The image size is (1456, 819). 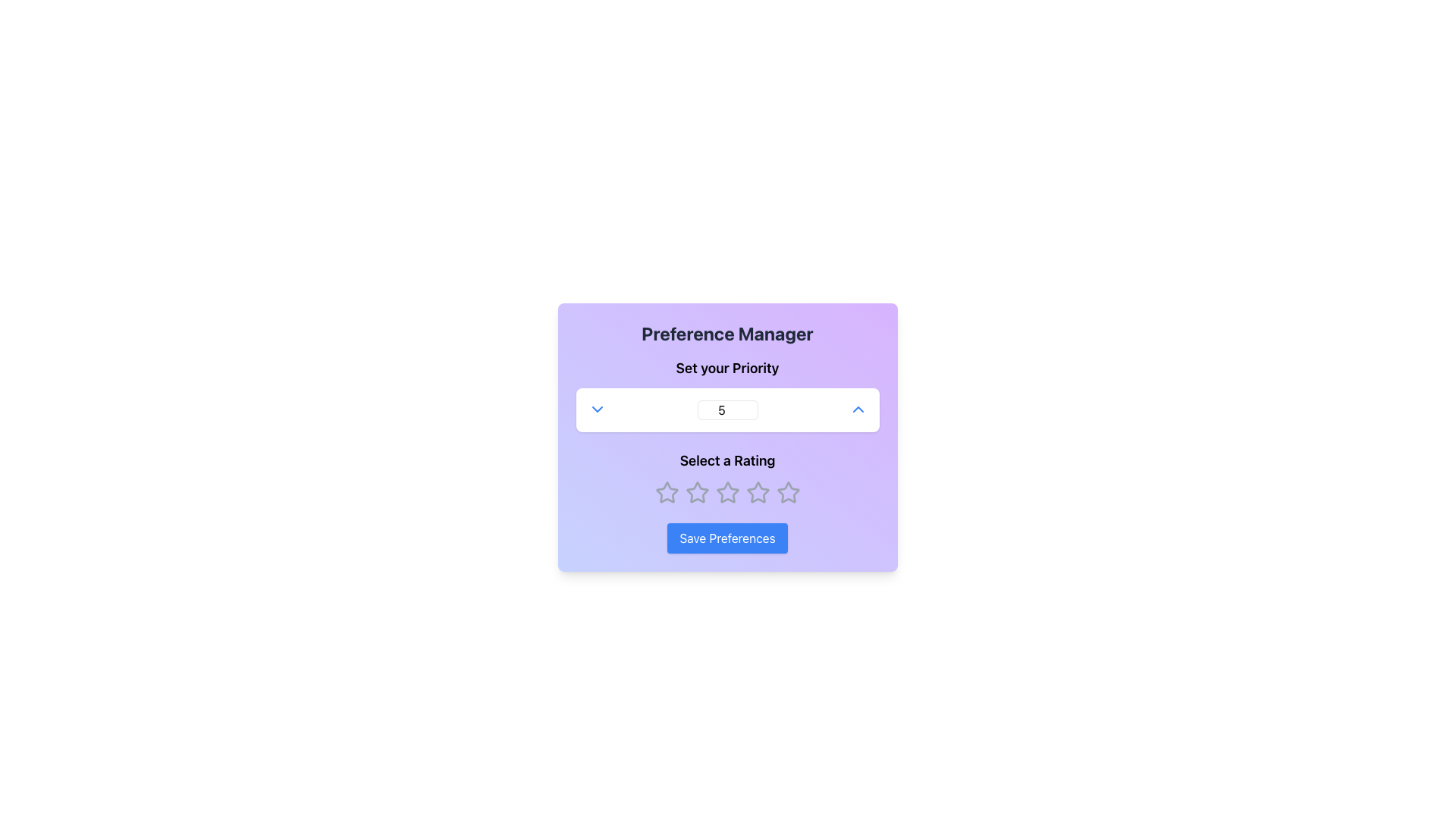 I want to click on the header that reads 'Select a Rating.' which is centrally positioned below the 'Set your Priority' dropdown input and above a row of star icons, so click(x=726, y=460).